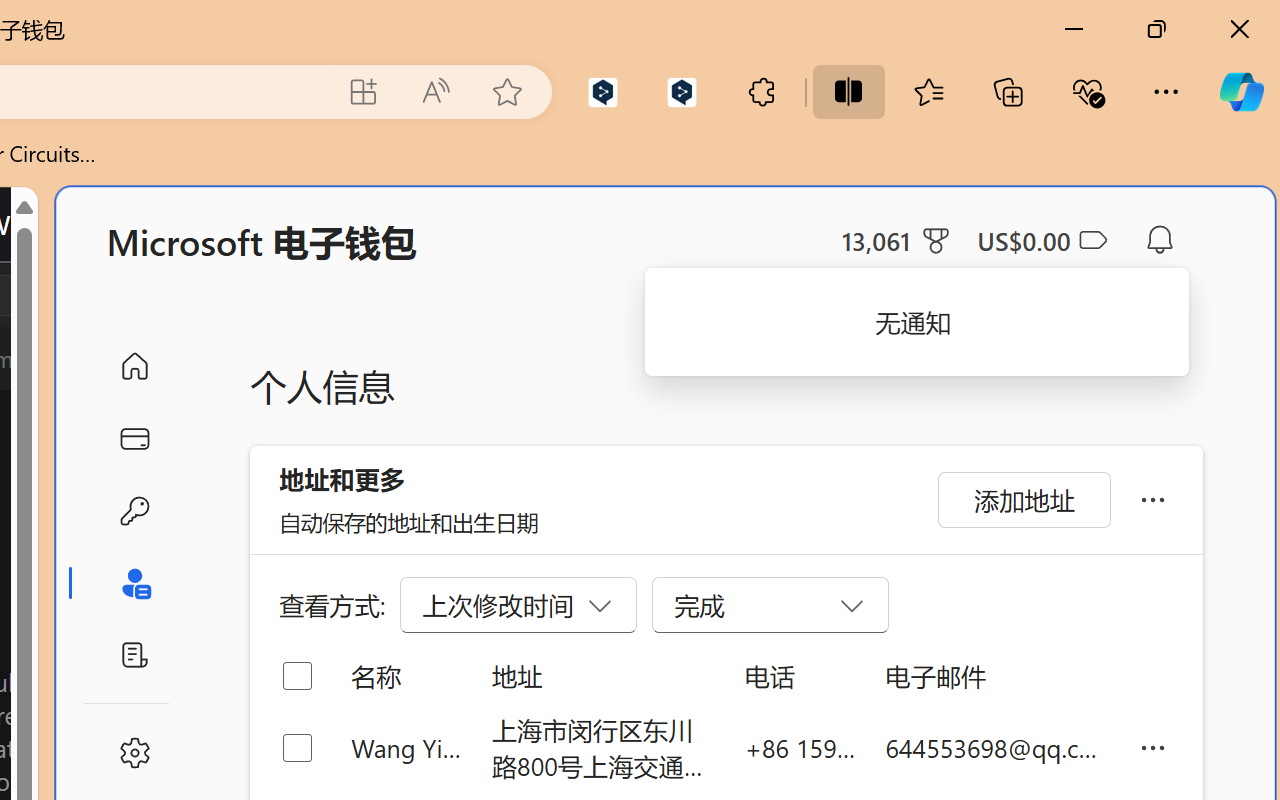 The width and height of the screenshot is (1280, 800). Describe the element at coordinates (405, 747) in the screenshot. I see `'Wang Yian'` at that location.